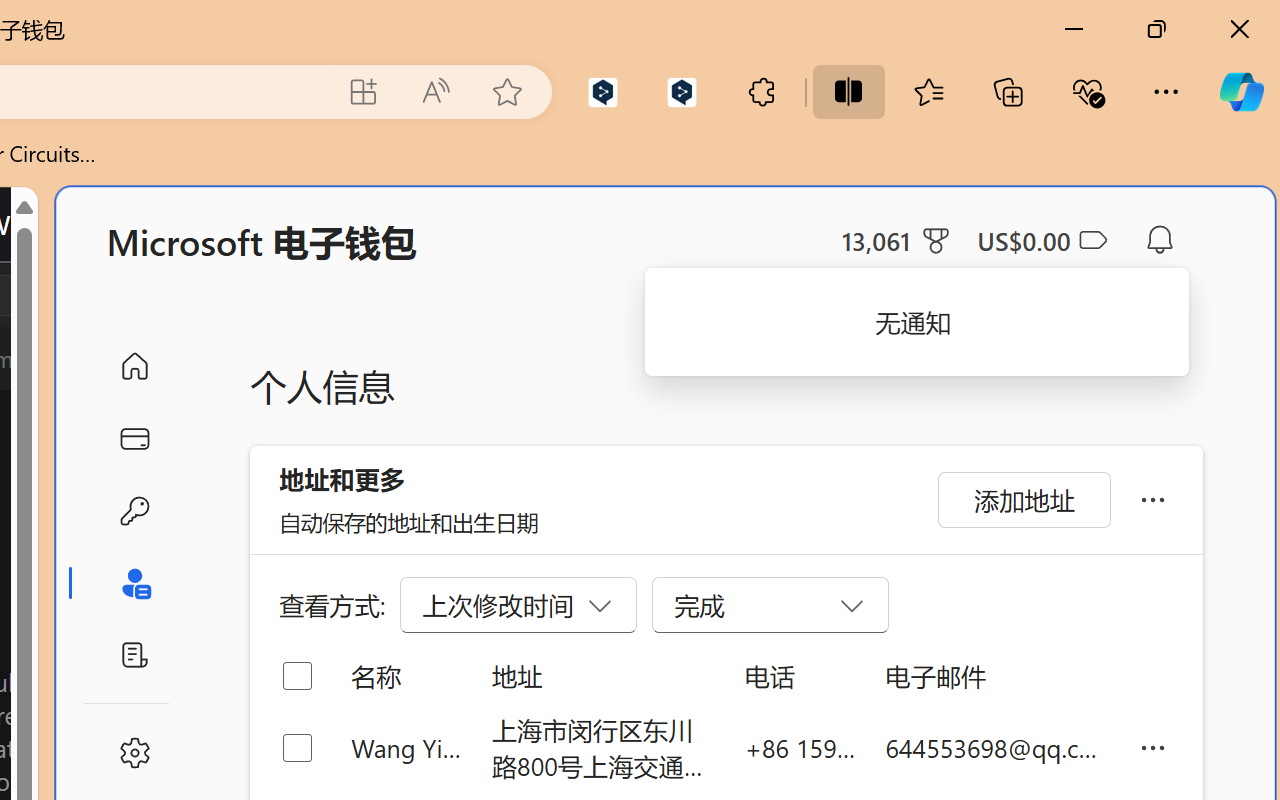 The width and height of the screenshot is (1280, 800). Describe the element at coordinates (405, 747) in the screenshot. I see `'Wang Yian'` at that location.